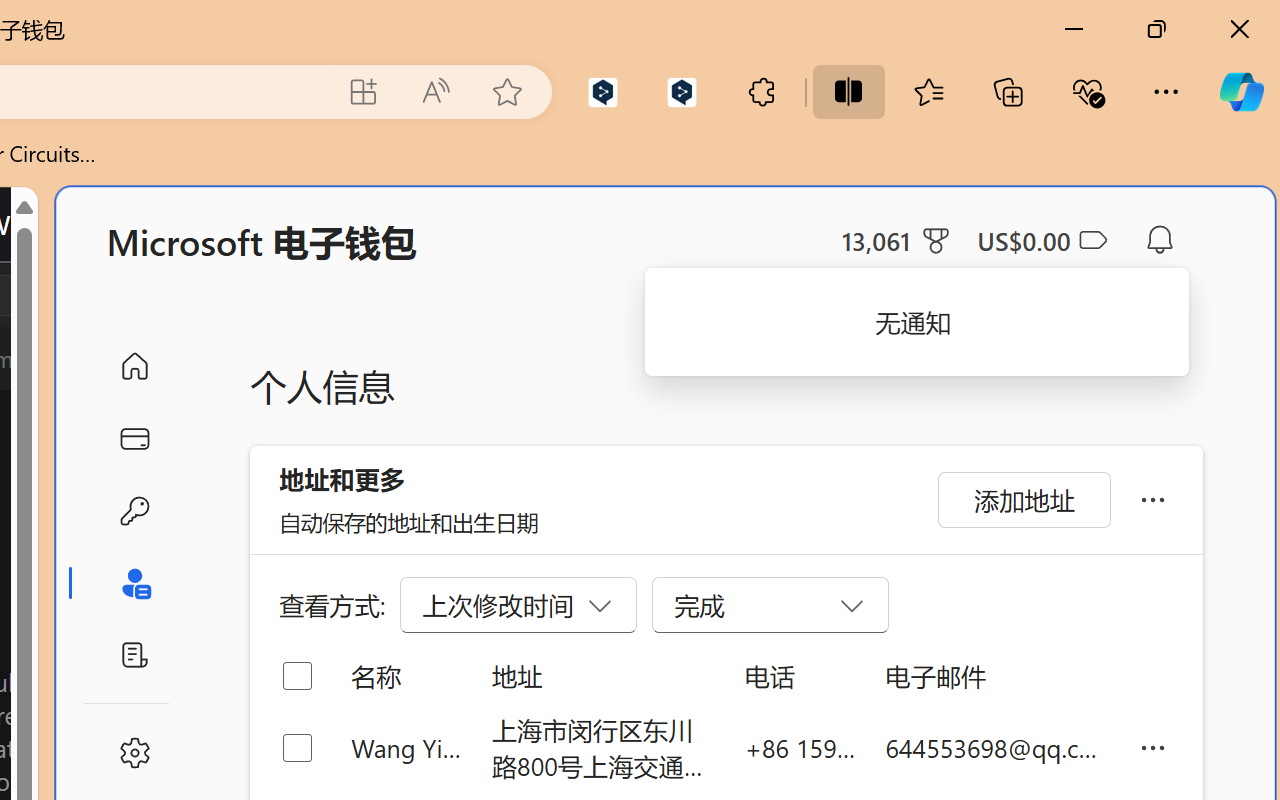 The width and height of the screenshot is (1280, 800). Describe the element at coordinates (405, 747) in the screenshot. I see `'Wang Yian'` at that location.